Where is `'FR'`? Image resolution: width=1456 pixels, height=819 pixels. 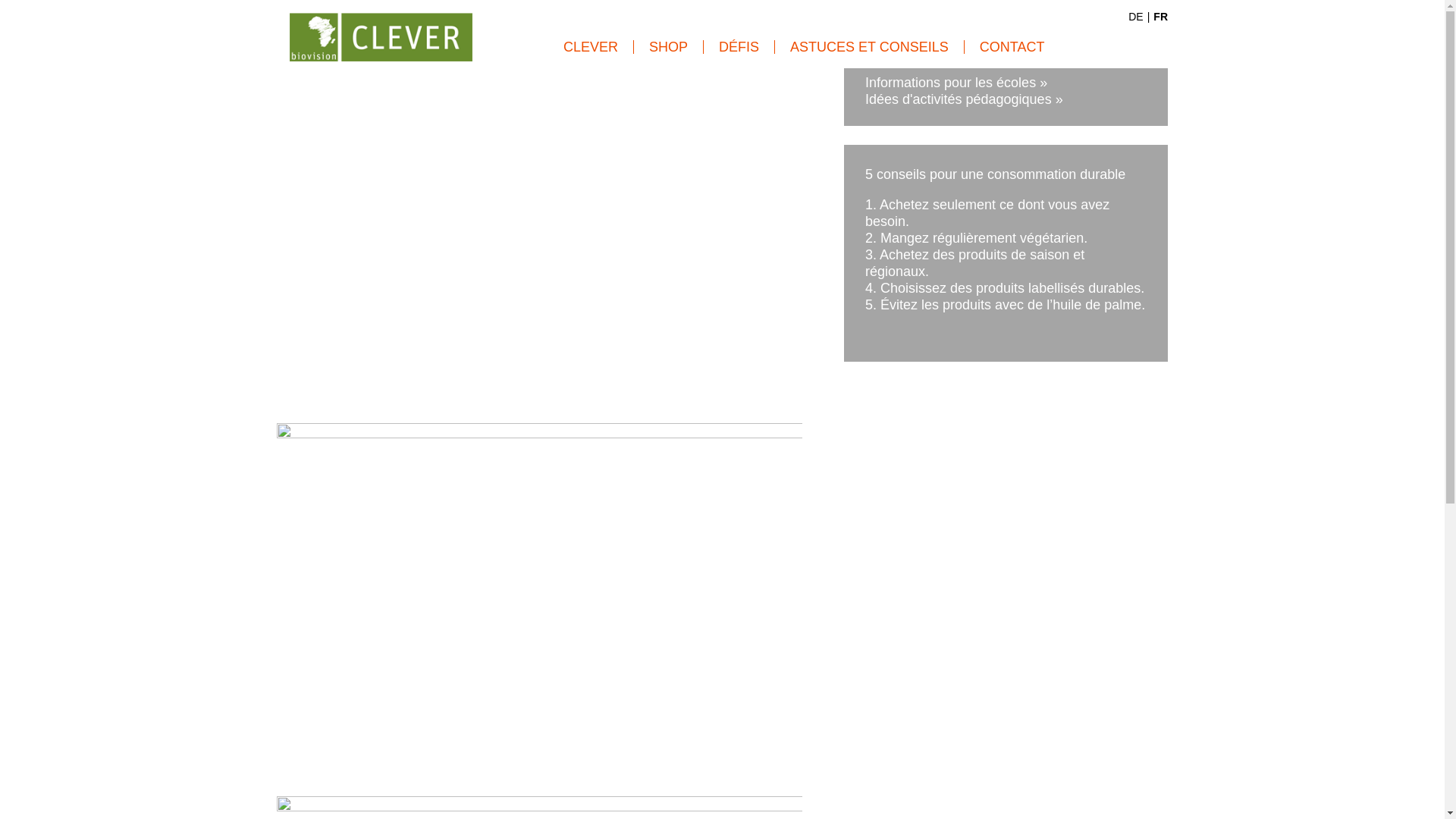 'FR' is located at coordinates (1153, 17).